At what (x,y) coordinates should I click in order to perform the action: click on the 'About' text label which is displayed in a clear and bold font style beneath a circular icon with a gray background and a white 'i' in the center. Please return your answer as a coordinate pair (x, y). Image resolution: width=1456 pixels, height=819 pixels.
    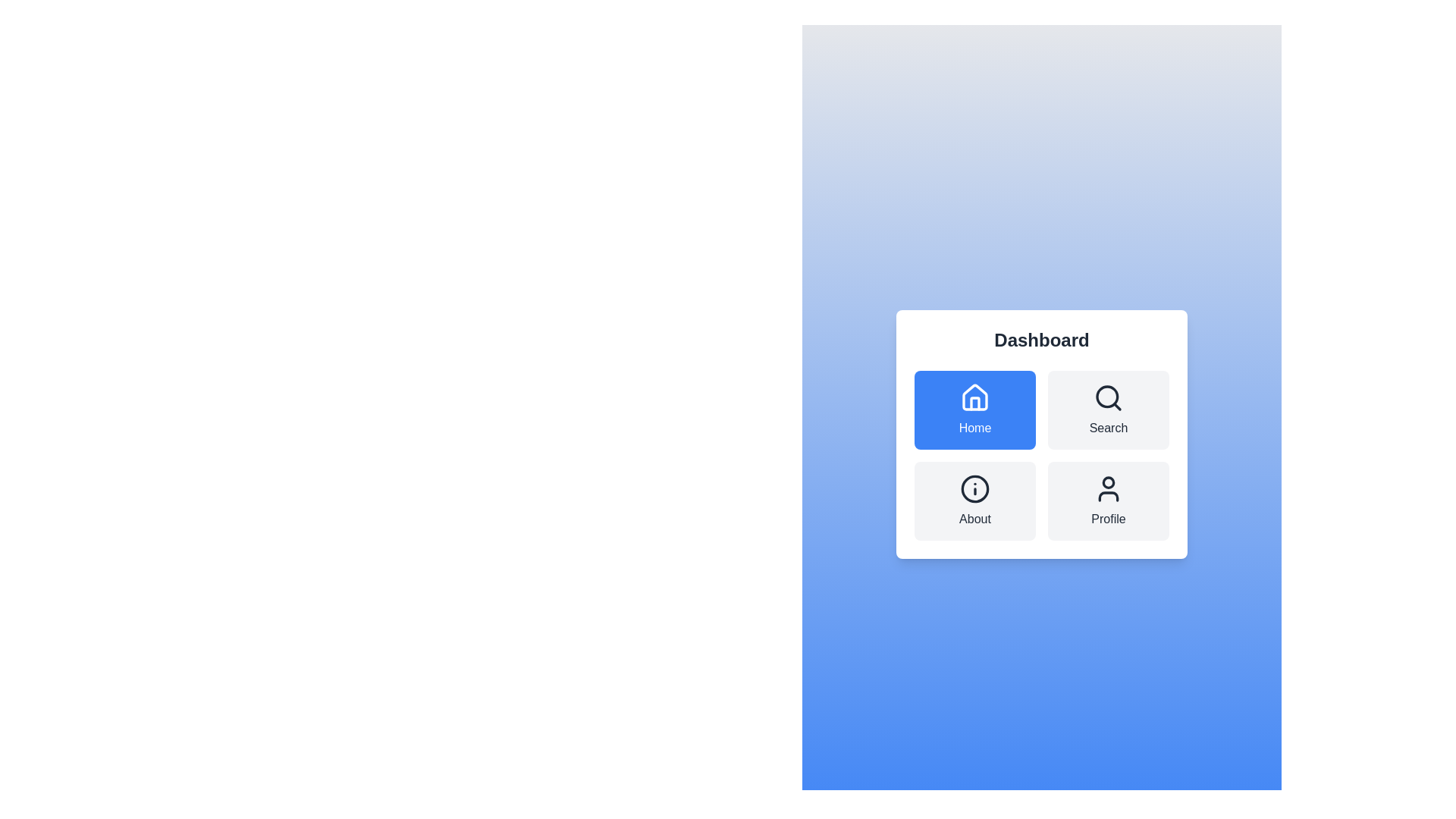
    Looking at the image, I should click on (975, 519).